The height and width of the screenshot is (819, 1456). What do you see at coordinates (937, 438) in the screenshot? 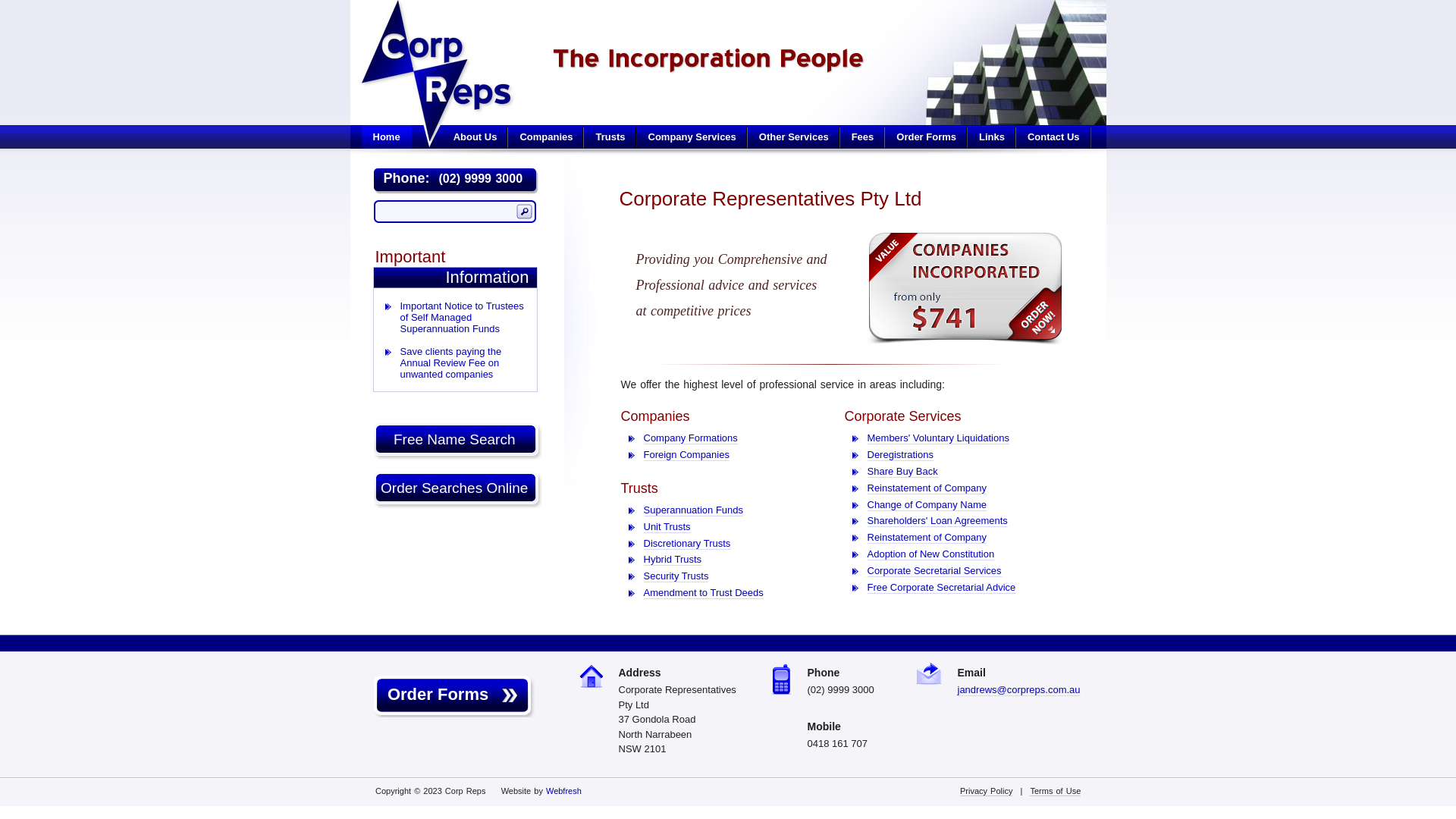
I see `'Members' Voluntary Liquidations'` at bounding box center [937, 438].